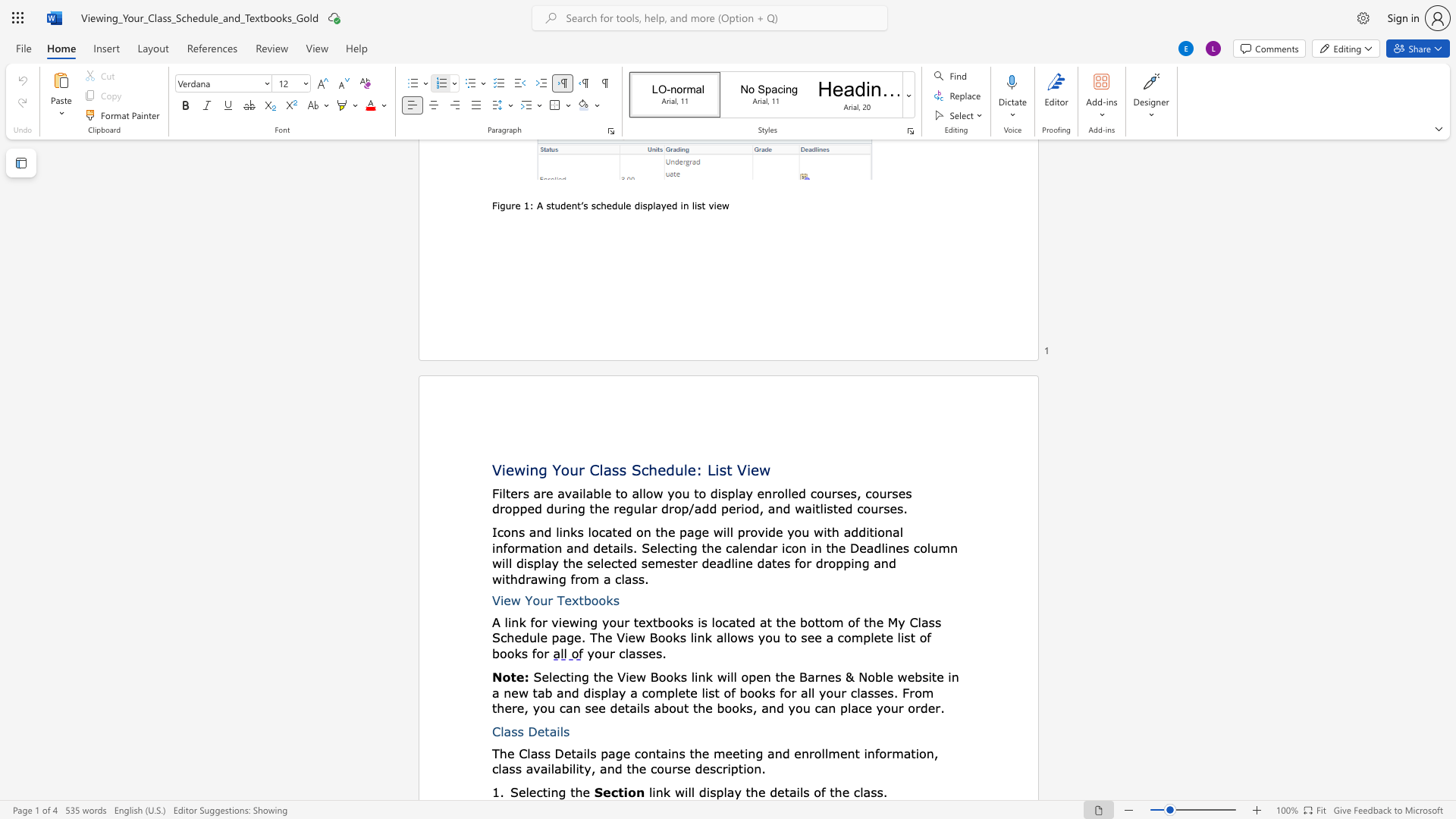 The width and height of the screenshot is (1456, 819). What do you see at coordinates (623, 469) in the screenshot?
I see `the 2th character "s" in the text` at bounding box center [623, 469].